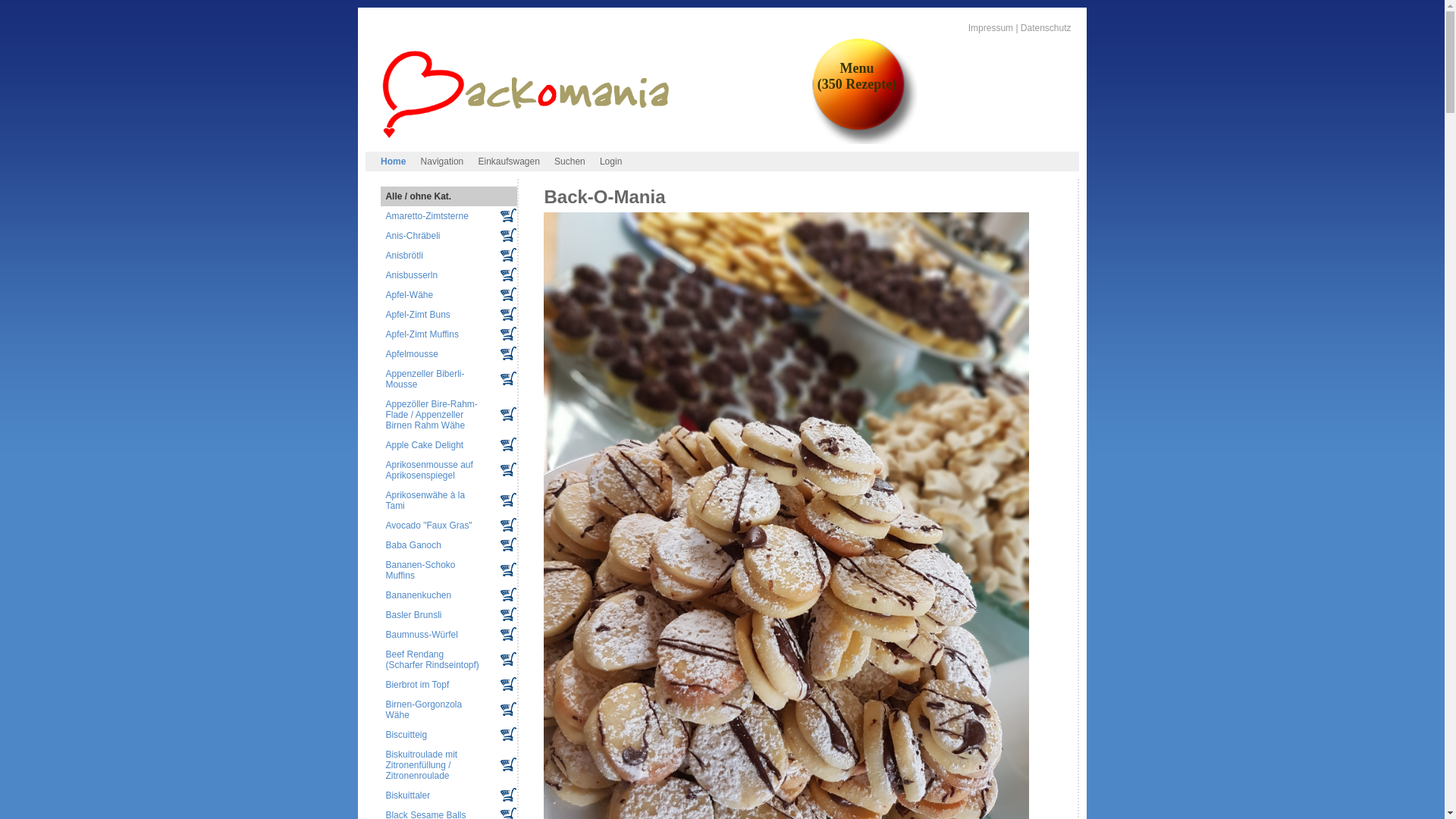  I want to click on 'Appenzeller Biberli-Mousse', so click(425, 378).